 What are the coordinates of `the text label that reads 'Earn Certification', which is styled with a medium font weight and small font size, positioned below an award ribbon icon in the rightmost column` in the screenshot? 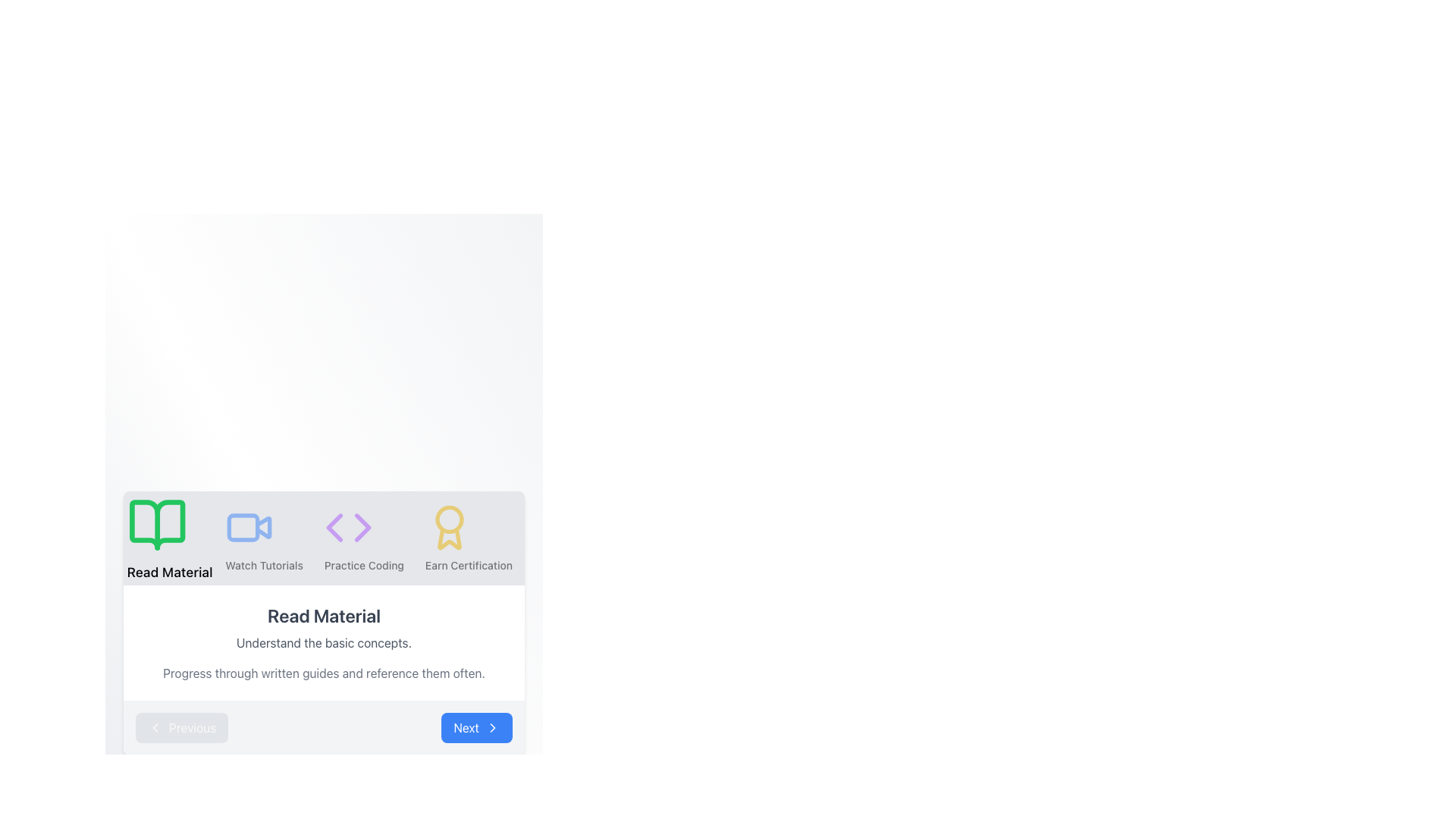 It's located at (468, 565).